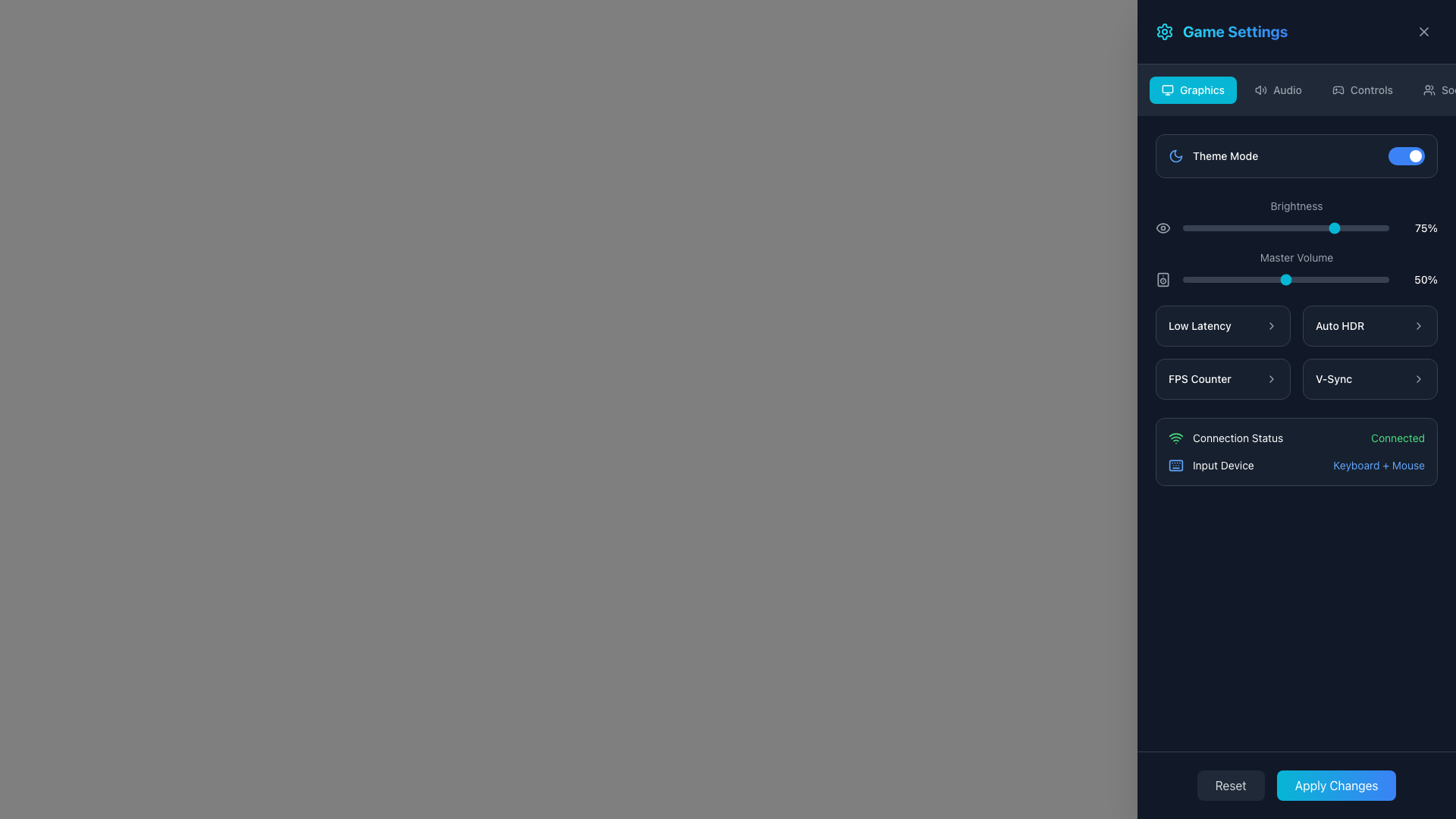 The image size is (1456, 819). I want to click on the 'Audio' button with a dark gray background and light gray text in the 'Game Settings' panel, so click(1277, 90).